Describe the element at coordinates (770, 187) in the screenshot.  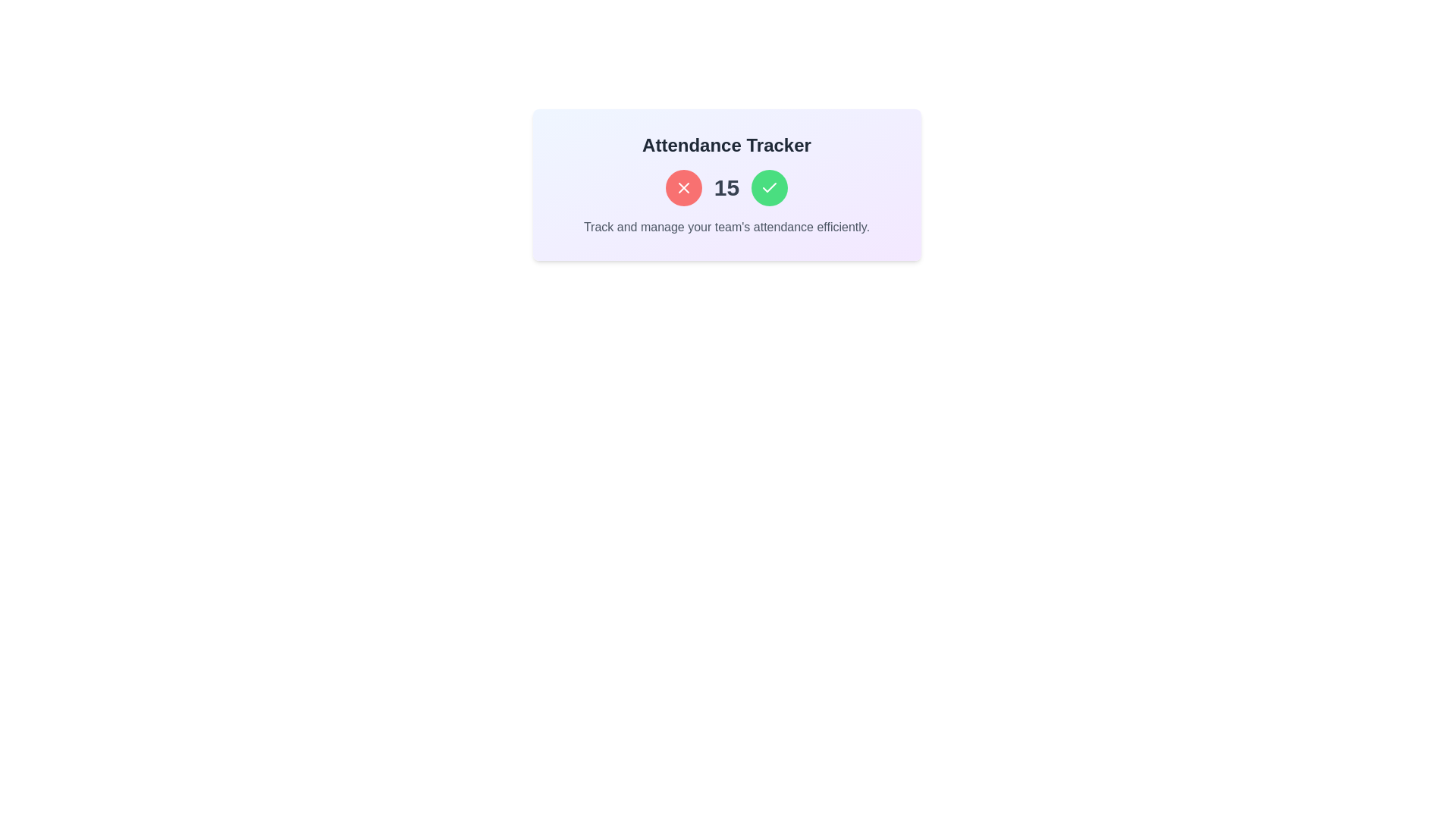
I see `visually recognizable green checkmark symbol located within a circle, positioned on the right side of a horizontal group of indicators, to analyze its graphical attributes` at that location.